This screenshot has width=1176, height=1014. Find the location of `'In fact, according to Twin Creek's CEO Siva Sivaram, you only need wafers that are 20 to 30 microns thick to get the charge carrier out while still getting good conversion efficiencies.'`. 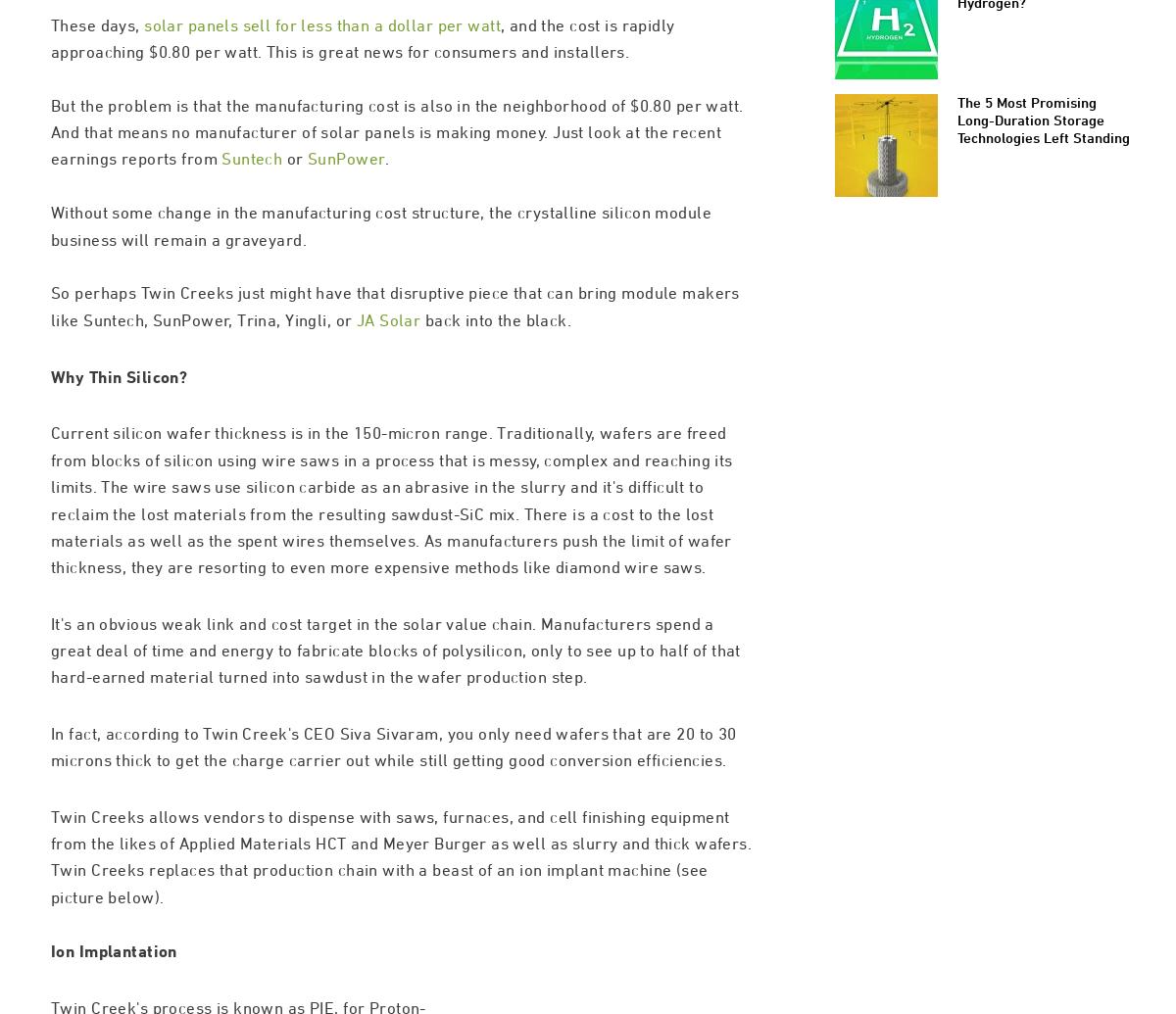

'In fact, according to Twin Creek's CEO Siva Sivaram, you only need wafers that are 20 to 30 microns thick to get the charge carrier out while still getting good conversion efficiencies.' is located at coordinates (393, 829).